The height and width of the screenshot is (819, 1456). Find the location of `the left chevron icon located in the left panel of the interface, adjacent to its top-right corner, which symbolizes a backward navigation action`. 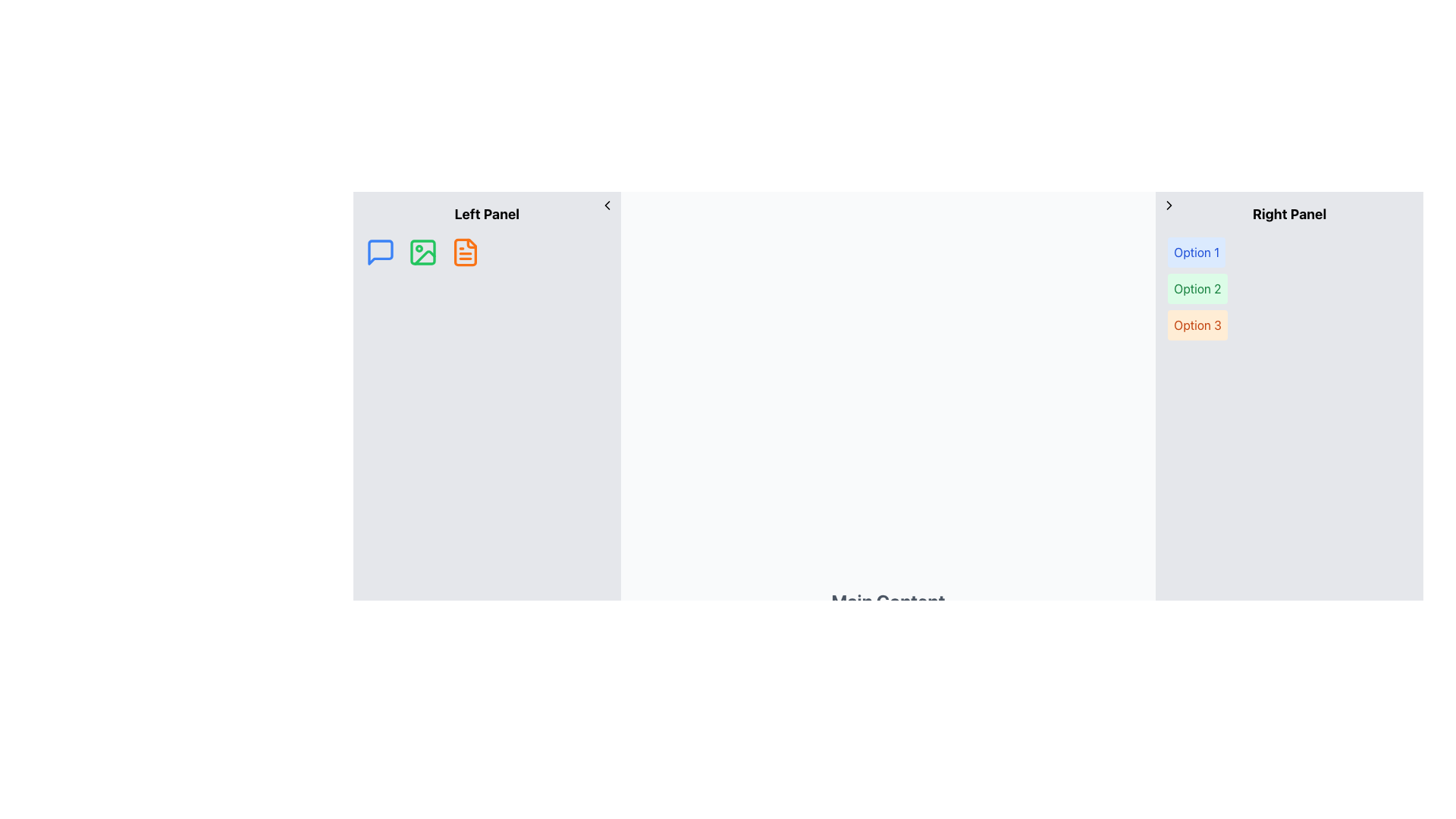

the left chevron icon located in the left panel of the interface, adjacent to its top-right corner, which symbolizes a backward navigation action is located at coordinates (607, 205).